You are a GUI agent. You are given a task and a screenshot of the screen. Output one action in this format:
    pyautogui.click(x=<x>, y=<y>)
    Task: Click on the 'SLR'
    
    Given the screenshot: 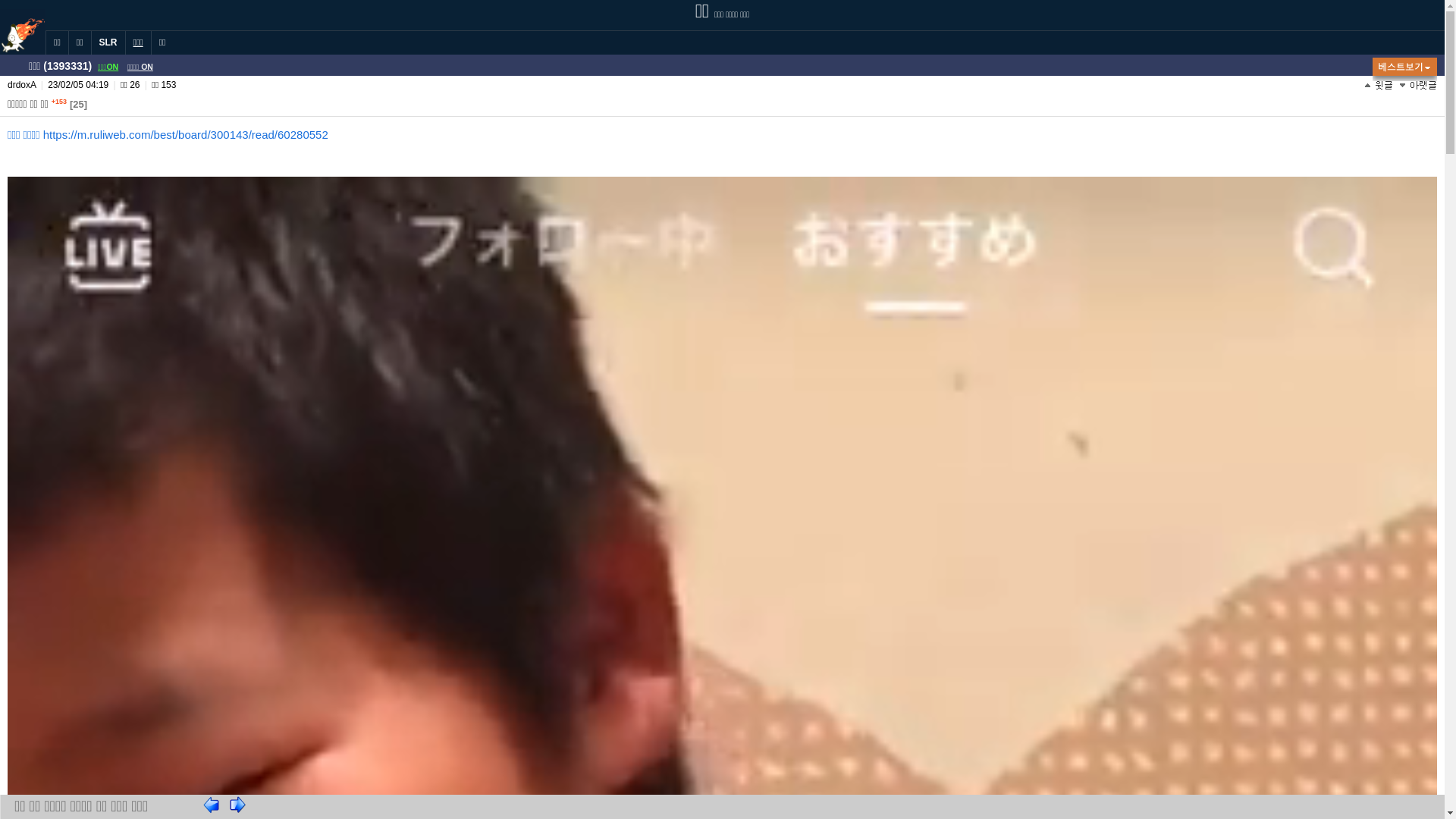 What is the action you would take?
    pyautogui.click(x=107, y=42)
    